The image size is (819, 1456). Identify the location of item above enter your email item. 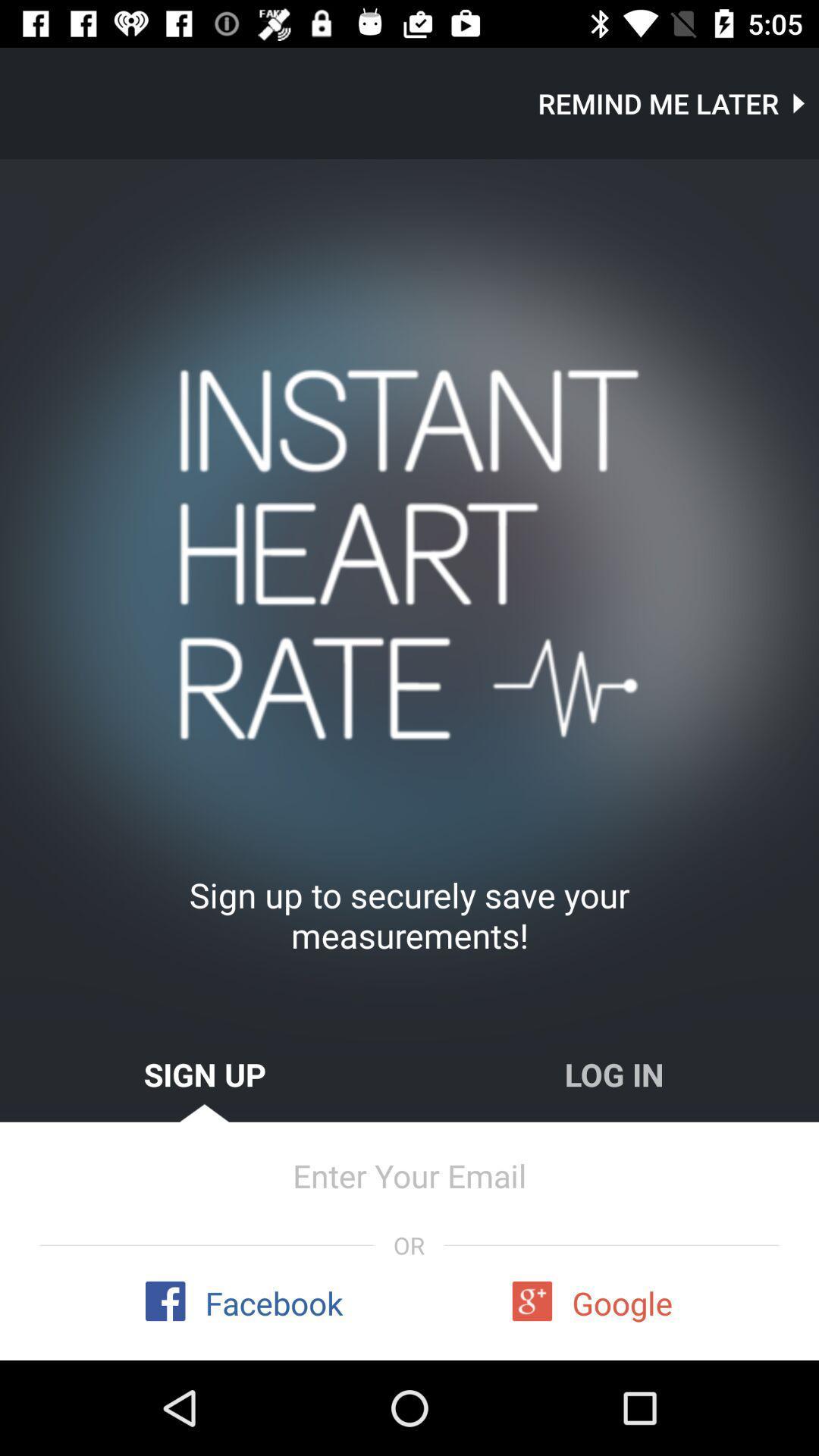
(614, 1073).